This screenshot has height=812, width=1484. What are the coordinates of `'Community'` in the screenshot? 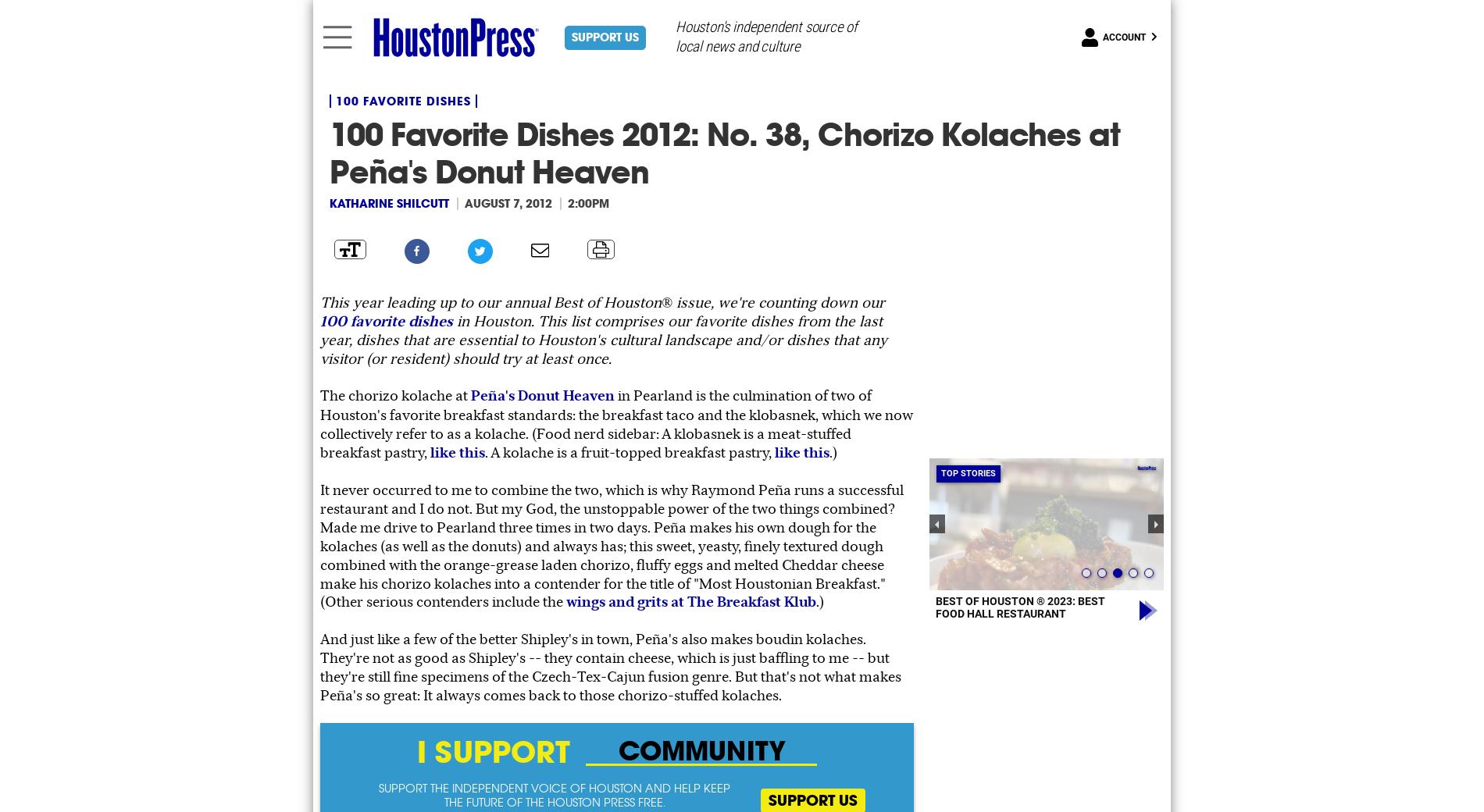 It's located at (1163, 750).